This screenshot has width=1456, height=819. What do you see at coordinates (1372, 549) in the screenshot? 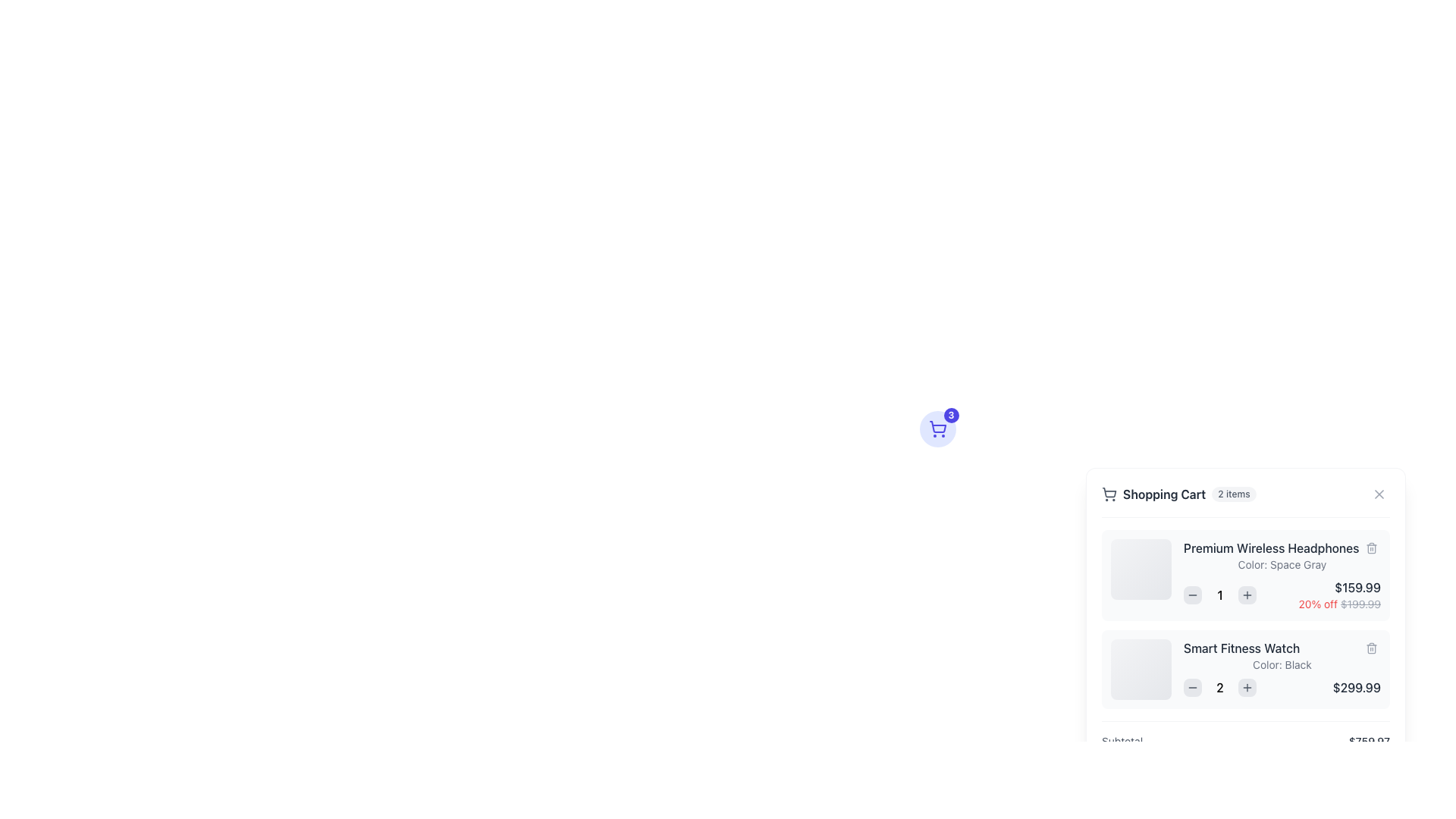
I see `the body of the trash can icon, which is part of the minimalist outline style located on the right side of the 'Premium Wireless Headphones' item in the shopping cart interface` at bounding box center [1372, 549].